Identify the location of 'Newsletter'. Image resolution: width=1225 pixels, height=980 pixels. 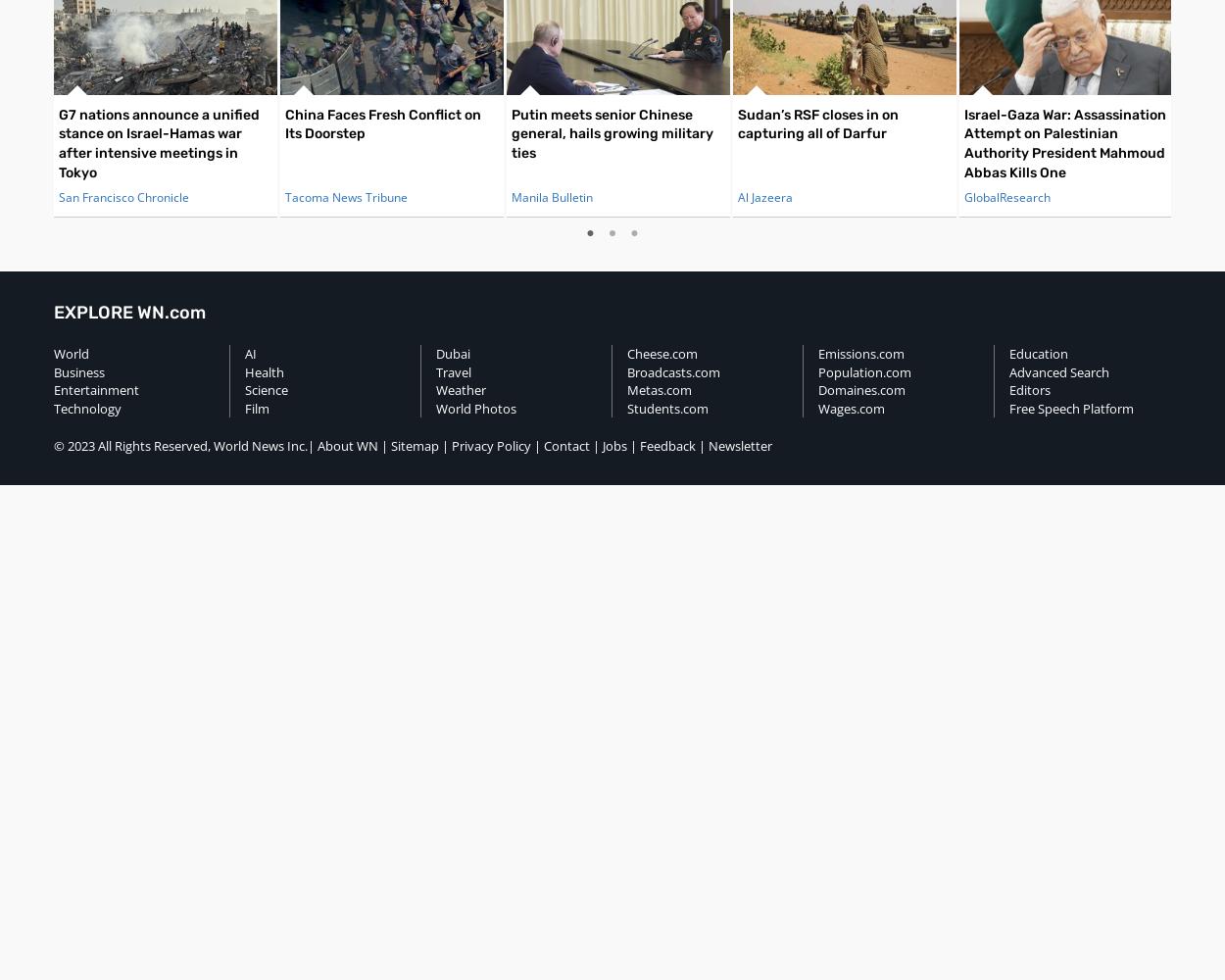
(740, 445).